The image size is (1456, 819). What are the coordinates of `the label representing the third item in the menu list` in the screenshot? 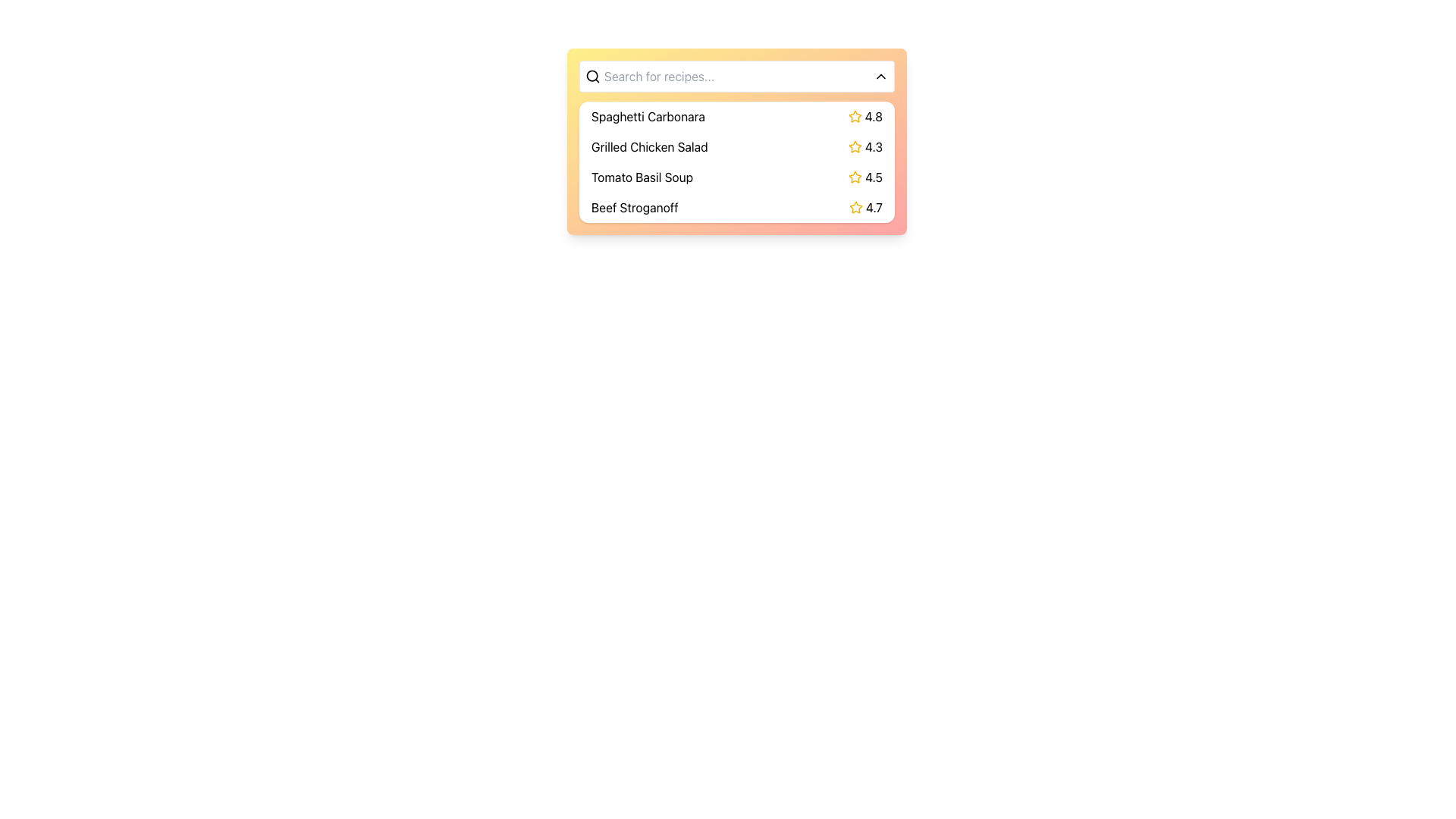 It's located at (642, 177).